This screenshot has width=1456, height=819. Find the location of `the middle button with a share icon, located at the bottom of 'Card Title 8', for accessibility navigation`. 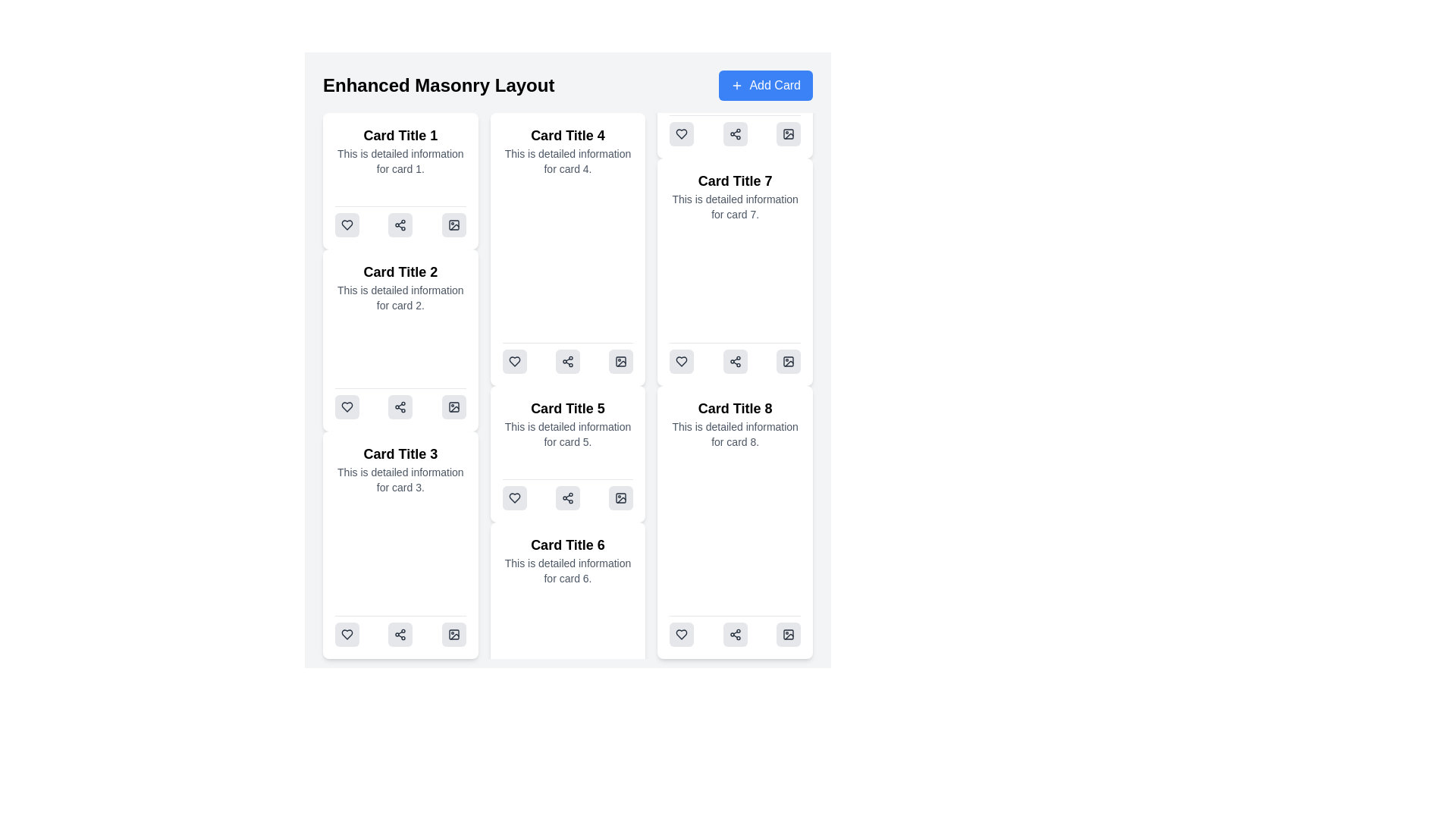

the middle button with a share icon, located at the bottom of 'Card Title 8', for accessibility navigation is located at coordinates (735, 362).